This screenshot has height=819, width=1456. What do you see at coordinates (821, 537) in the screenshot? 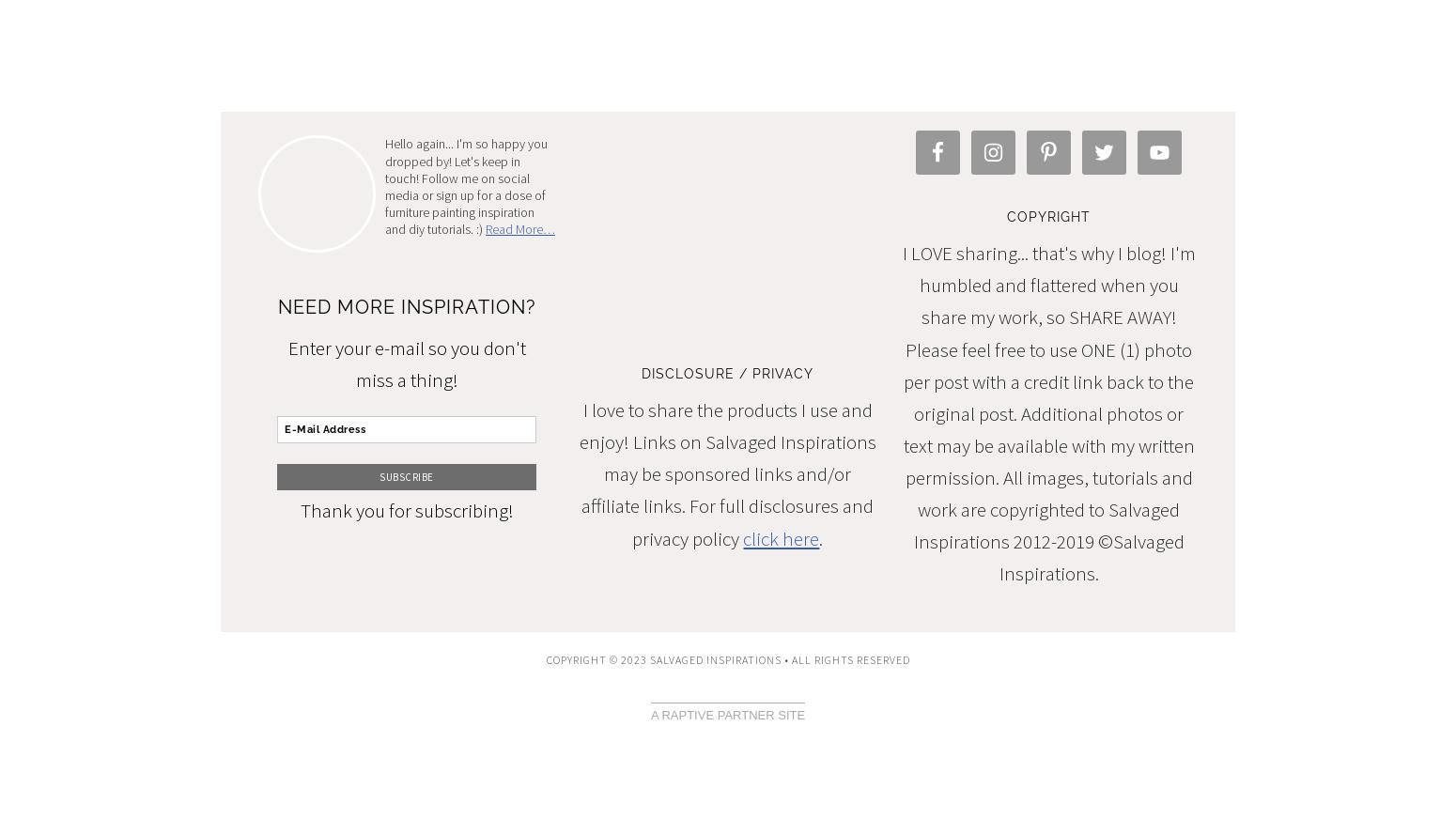
I see `'.'` at bounding box center [821, 537].